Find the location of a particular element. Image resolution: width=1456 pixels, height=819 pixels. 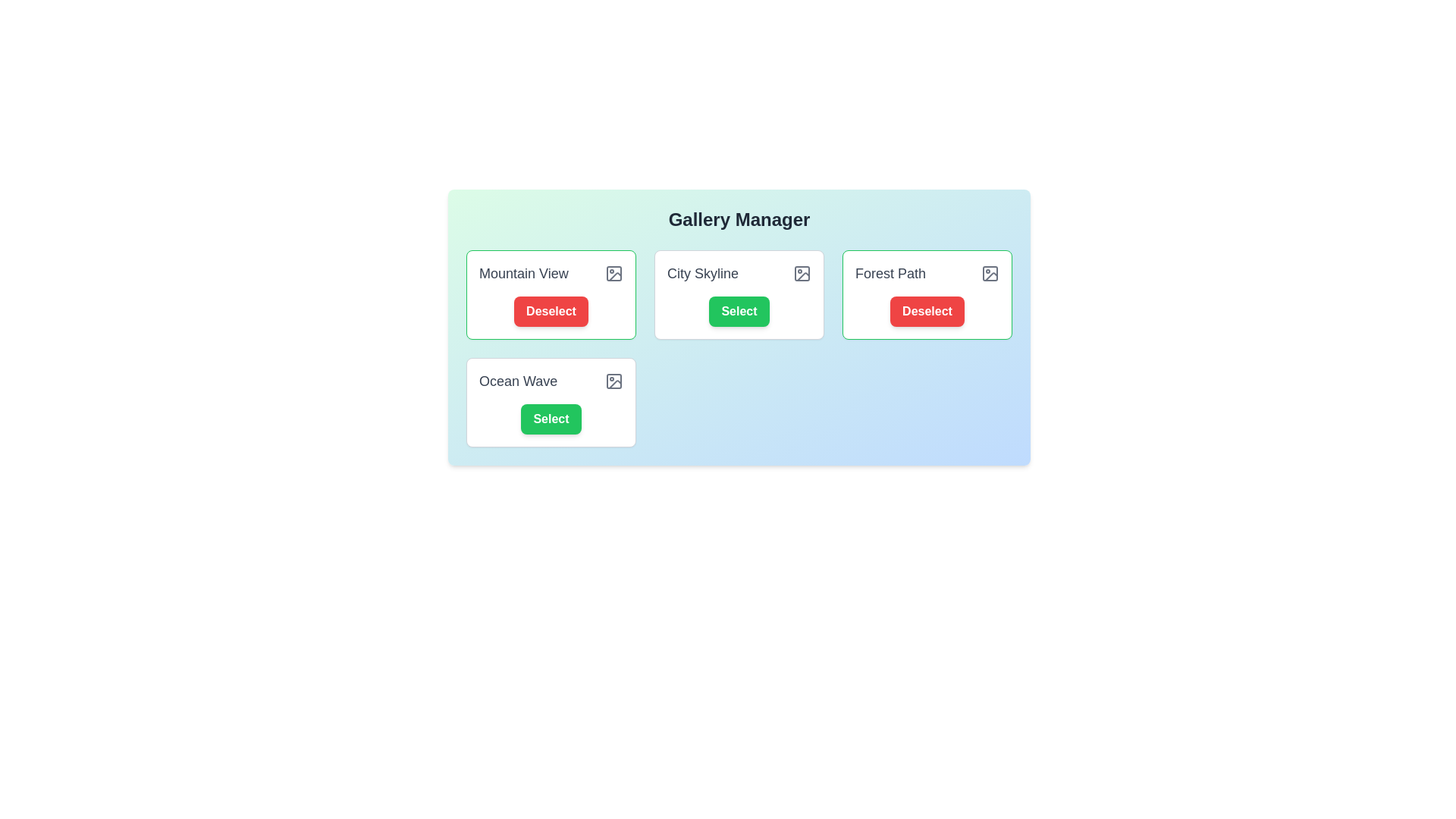

the photo card labeled 'Forest Path' to observe its hover effect is located at coordinates (927, 295).